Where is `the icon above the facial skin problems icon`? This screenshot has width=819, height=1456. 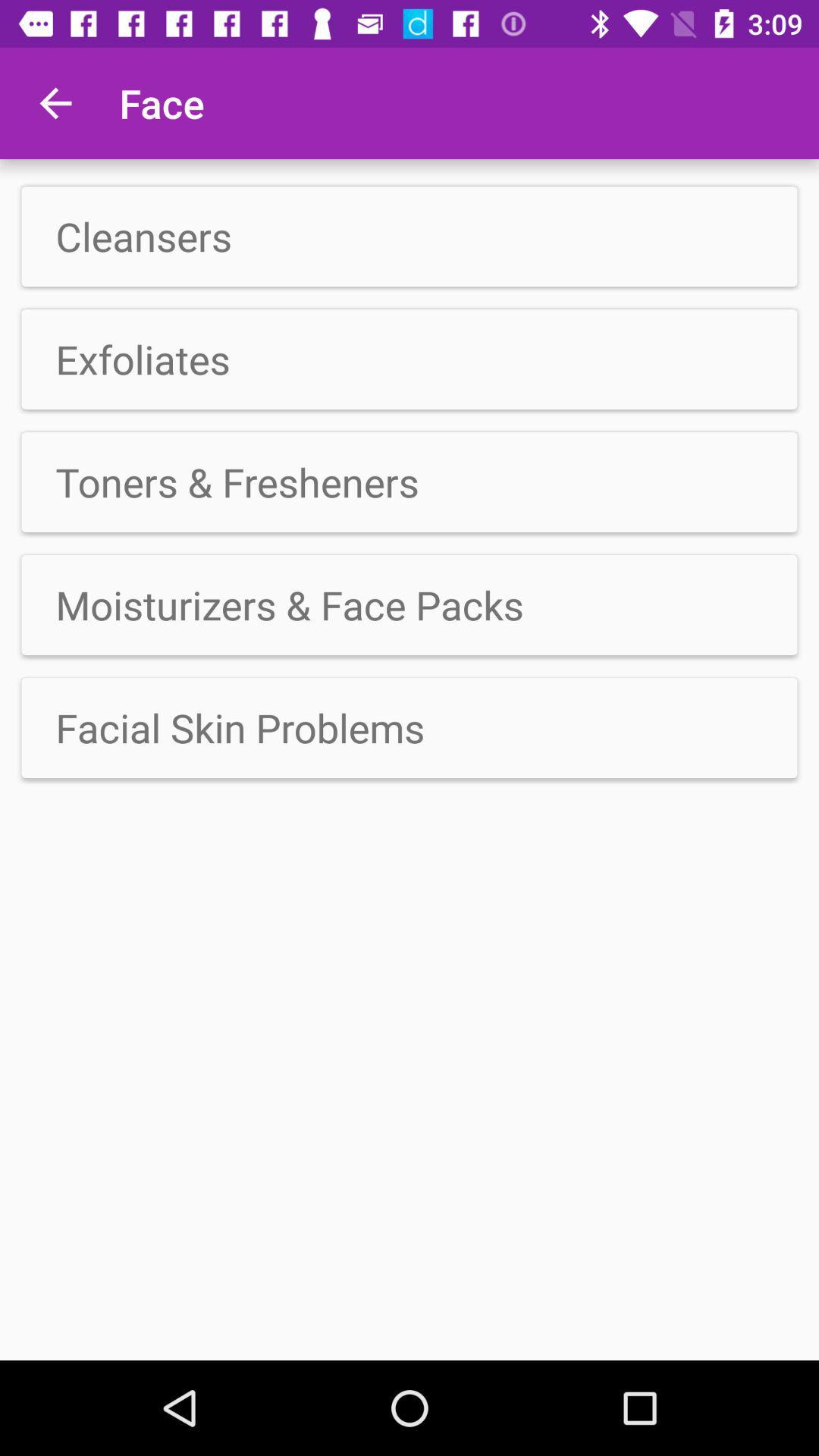 the icon above the facial skin problems icon is located at coordinates (409, 604).